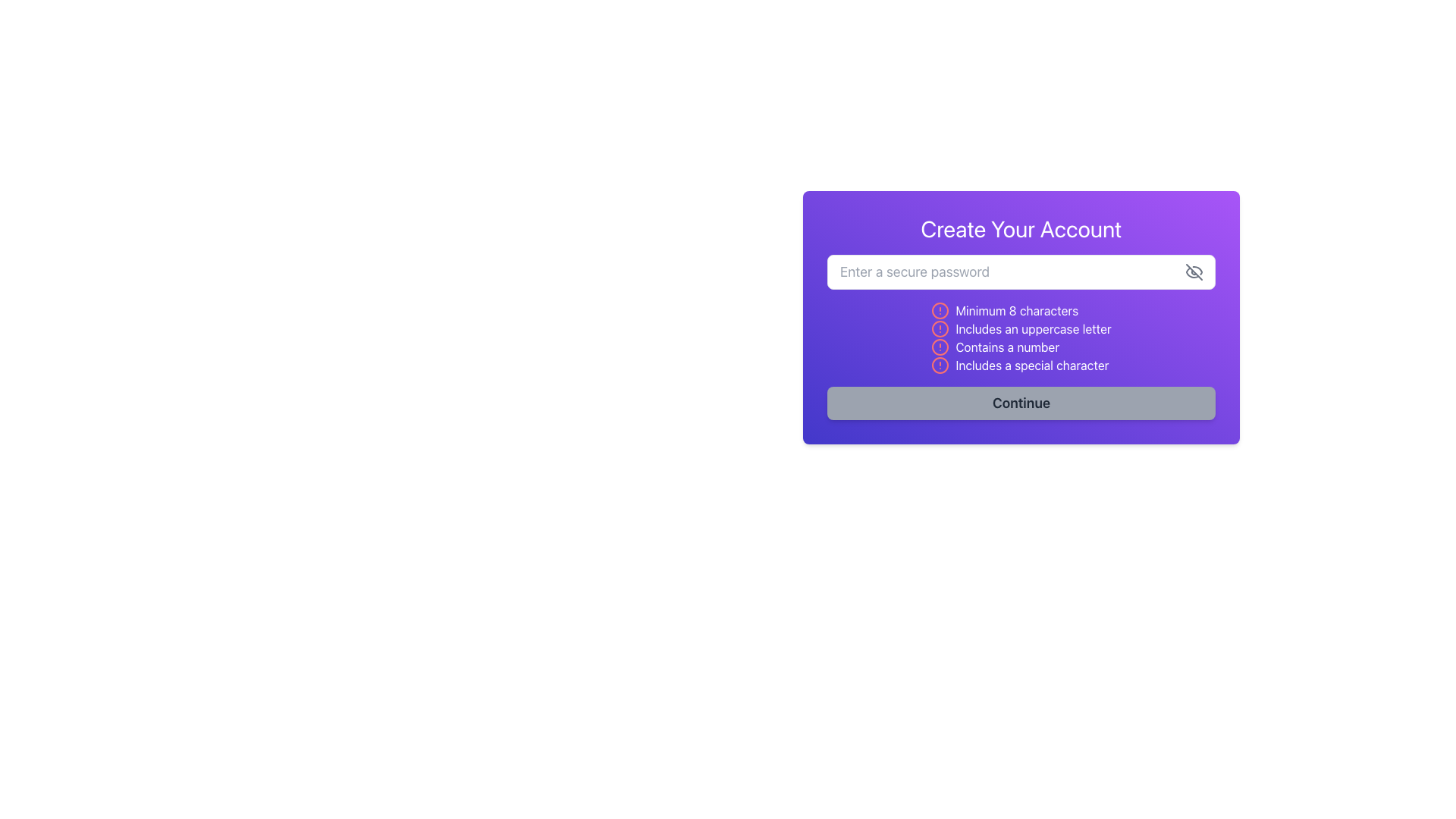  I want to click on the text label that displays 'Contains a number', which is styled in white against a purple background and is the third item in a vertical list of password requirements, so click(1007, 347).